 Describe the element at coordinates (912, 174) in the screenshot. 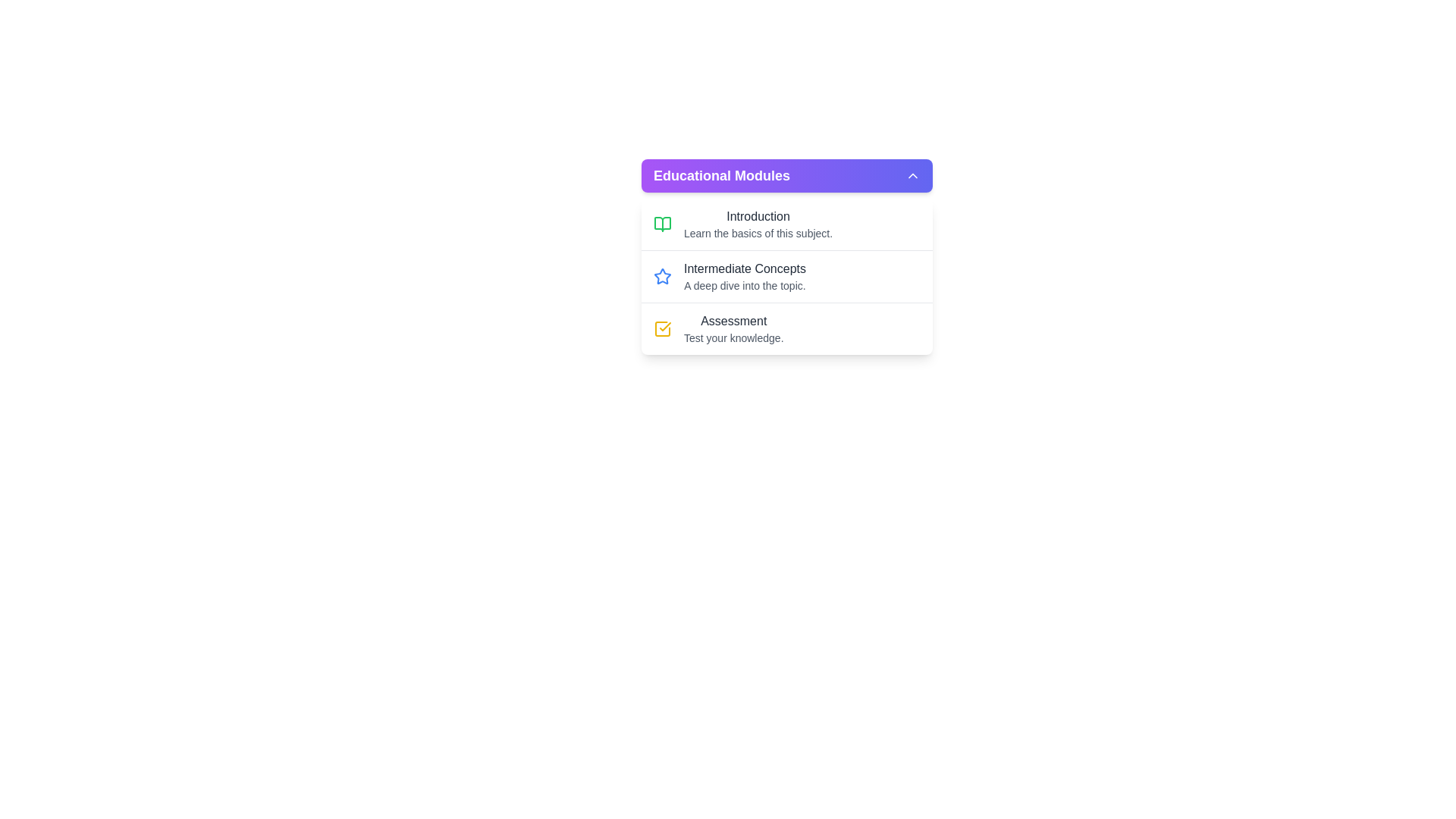

I see `the chevron icon button located in the rightmost section of the purple header labeled 'Educational Modules'` at that location.